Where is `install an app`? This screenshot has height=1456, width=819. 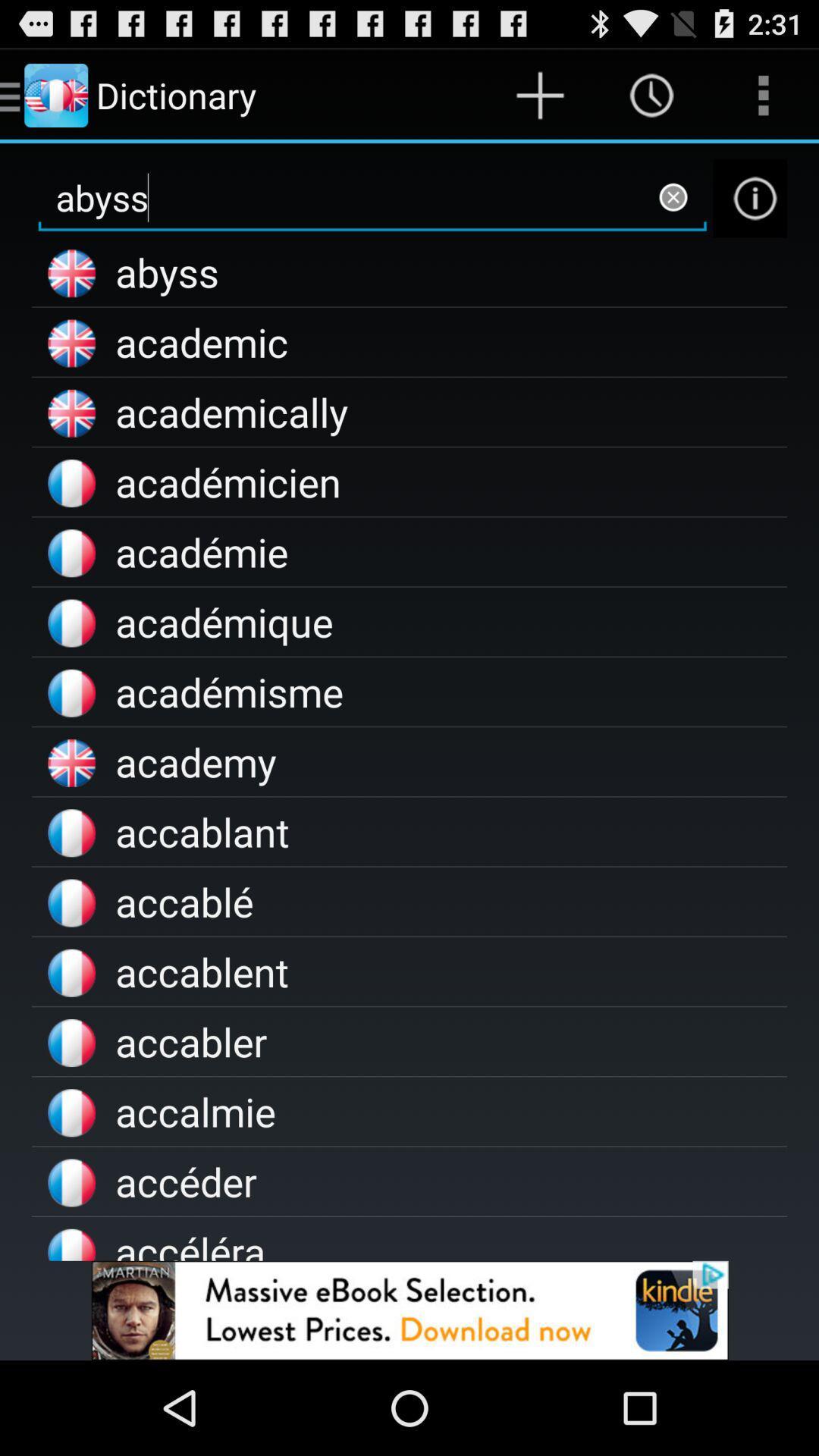 install an app is located at coordinates (409, 1310).